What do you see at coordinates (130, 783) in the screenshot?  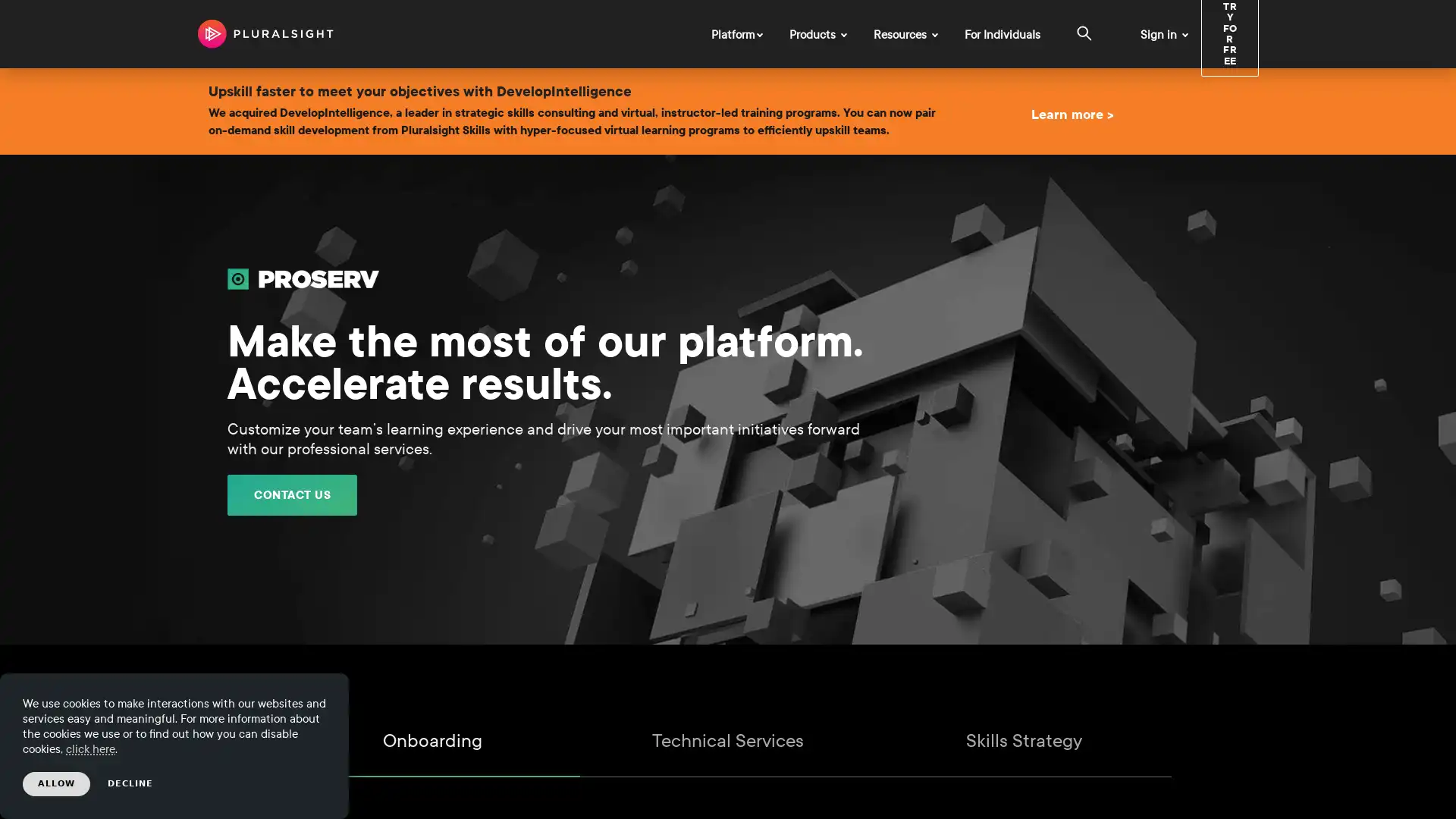 I see `DECLINE` at bounding box center [130, 783].